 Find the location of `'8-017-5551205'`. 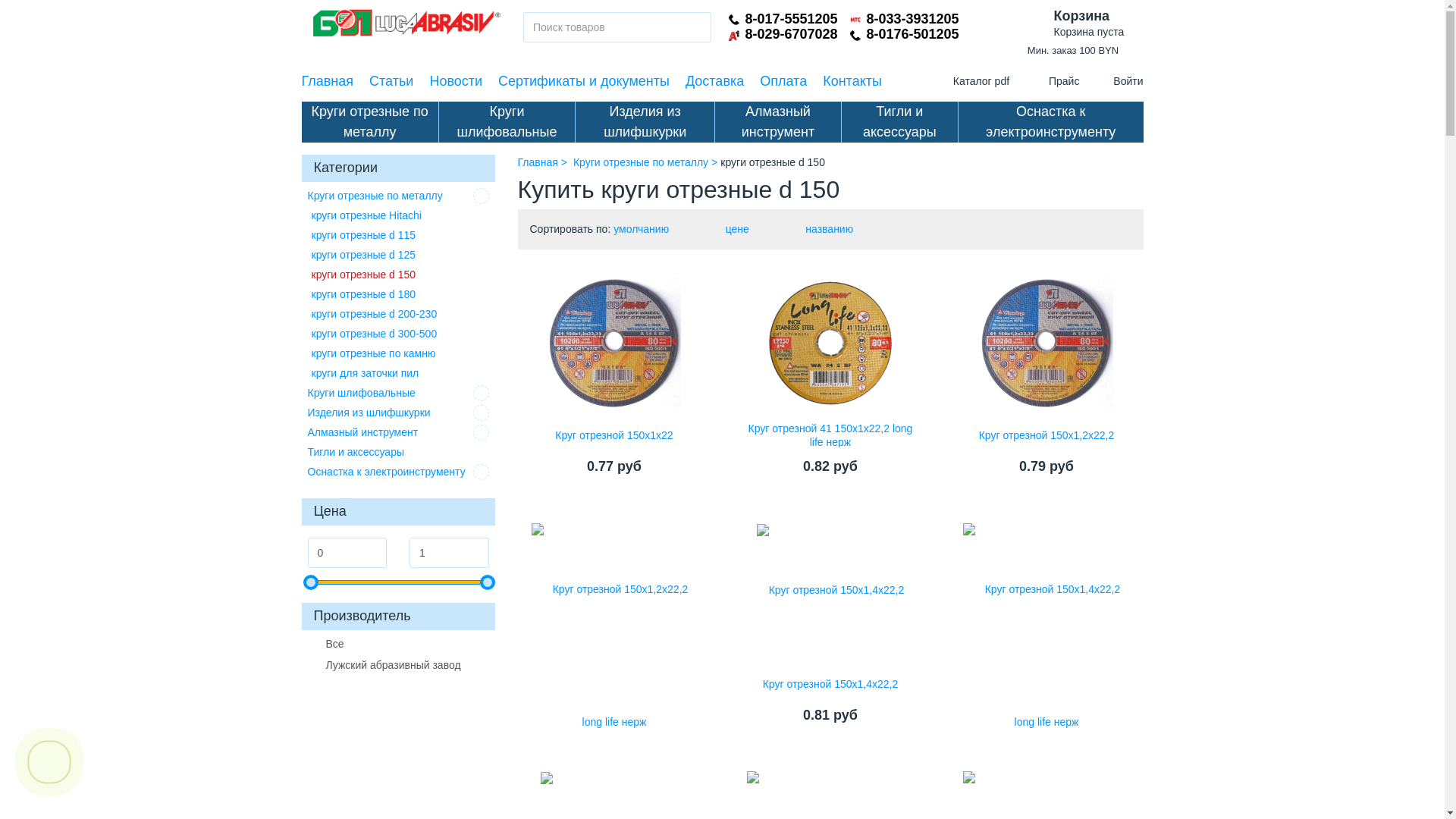

'8-017-5551205' is located at coordinates (742, 18).